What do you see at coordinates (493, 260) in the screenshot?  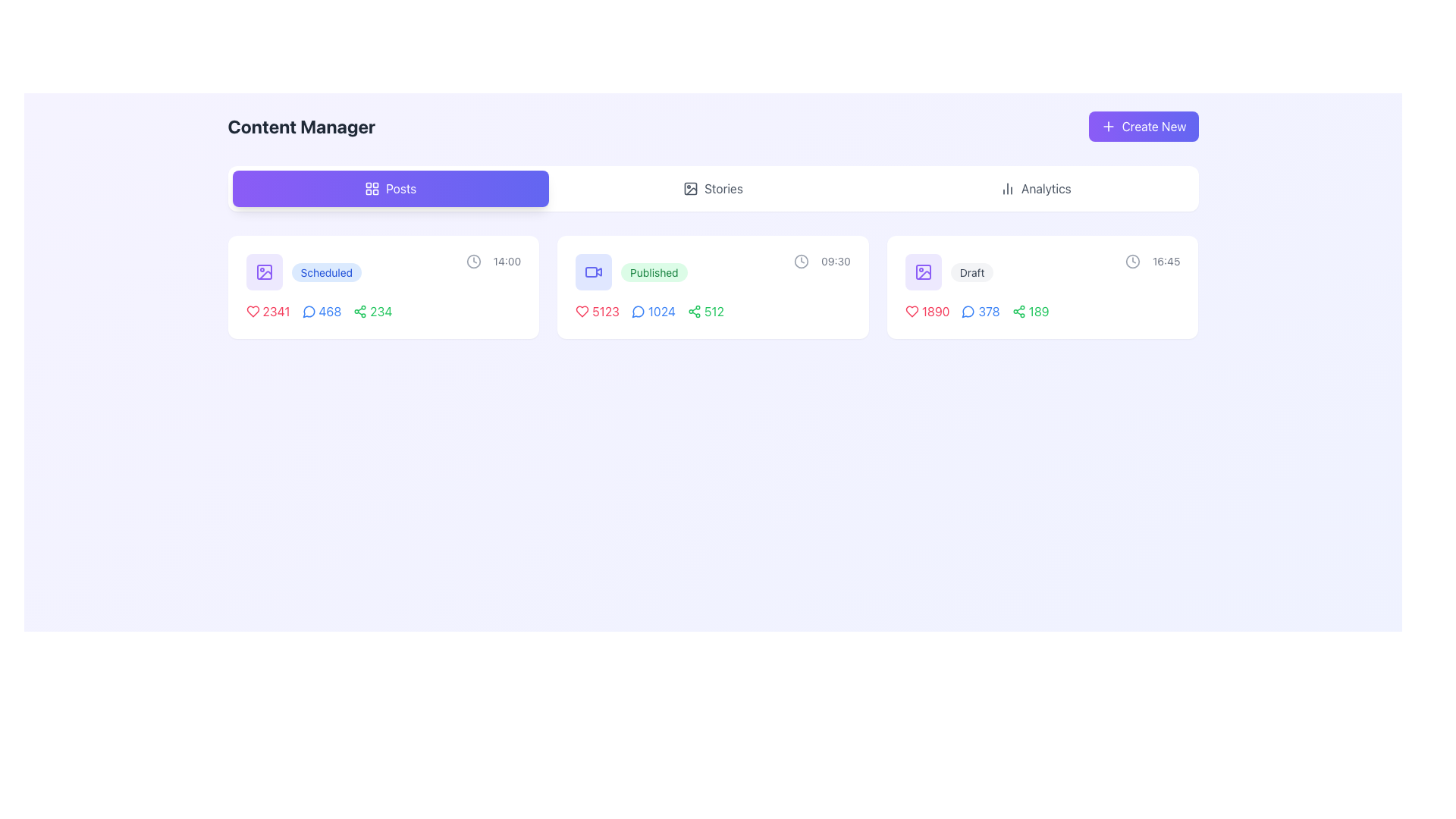 I see `the Time display component that shows '14:00' in the top right section of the card labeled 'Scheduled'` at bounding box center [493, 260].